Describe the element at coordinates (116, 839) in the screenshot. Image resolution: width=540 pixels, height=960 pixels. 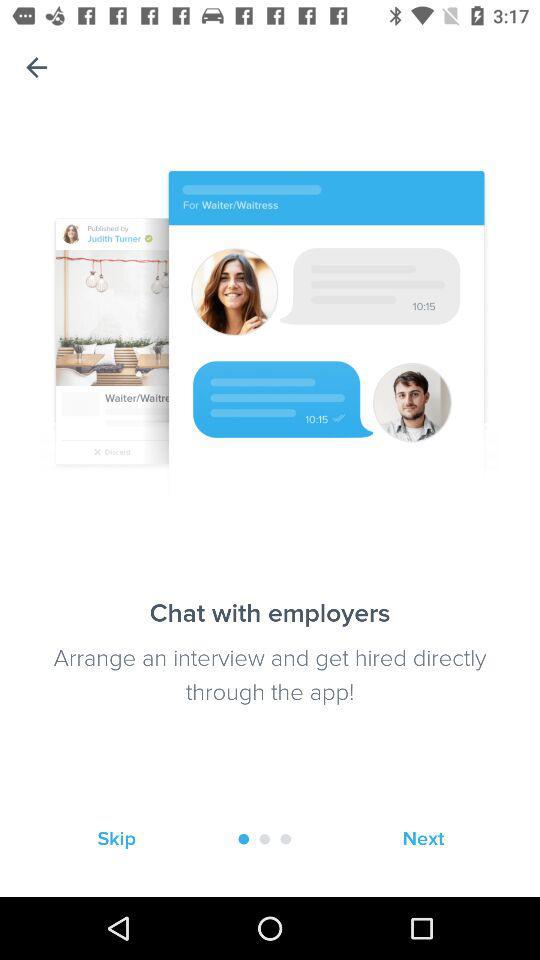
I see `item below the arrange an interview item` at that location.